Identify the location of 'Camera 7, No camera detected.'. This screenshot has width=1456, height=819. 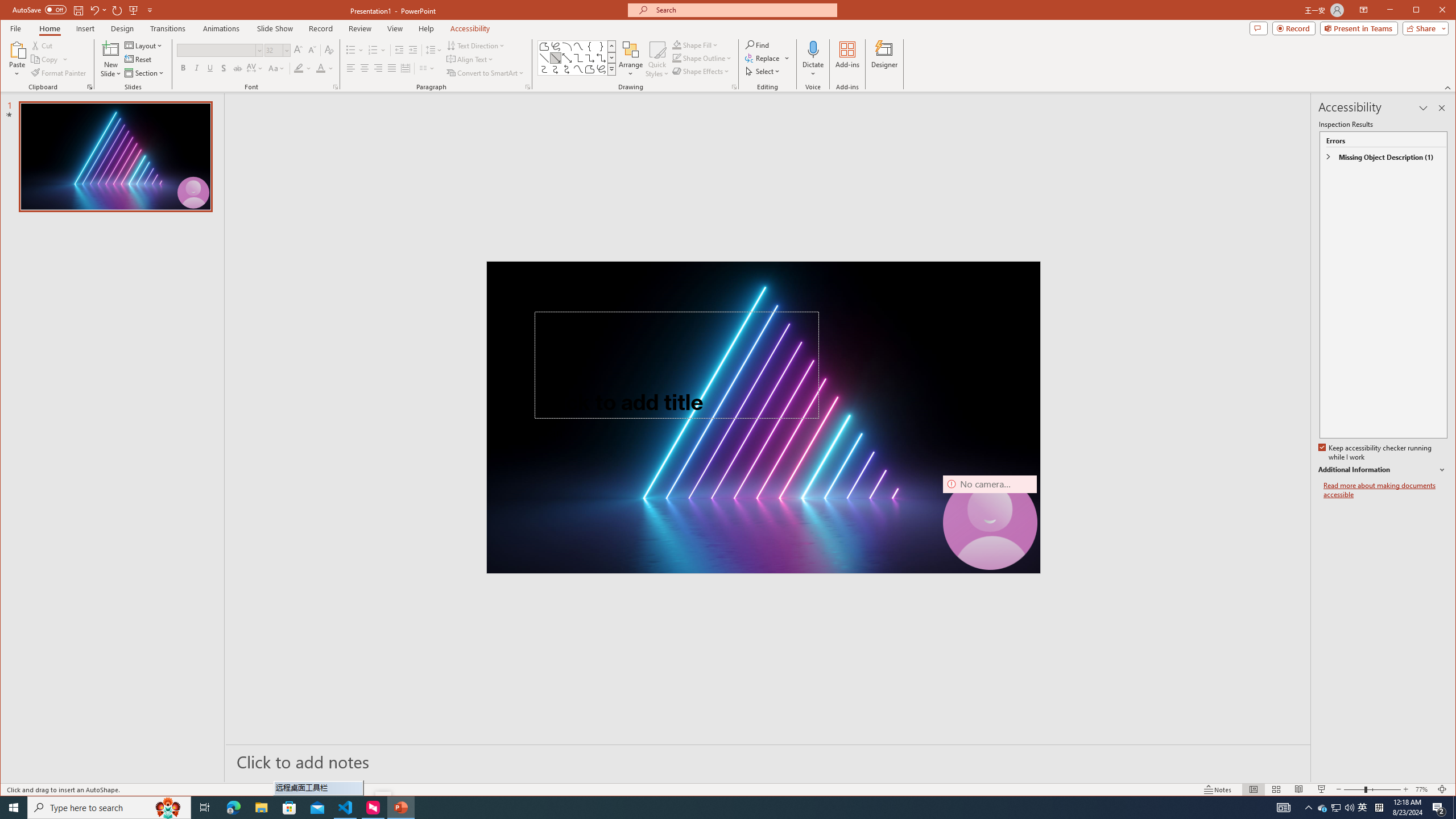
(990, 522).